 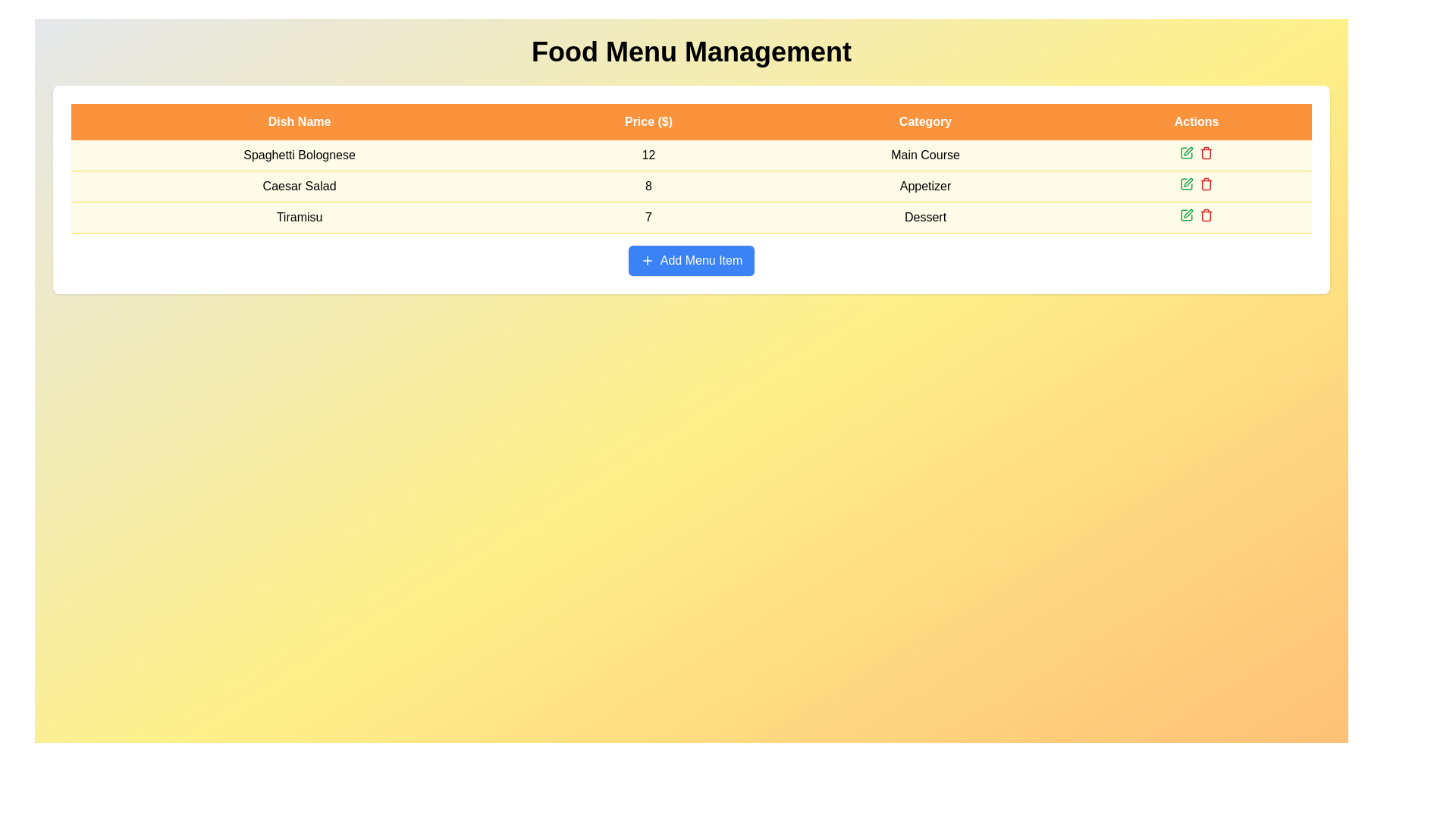 I want to click on the informational text label displaying 'Caesar Salad' in the menu management interface, located in the first cell of the second row under the 'Dish Name' header, so click(x=300, y=186).